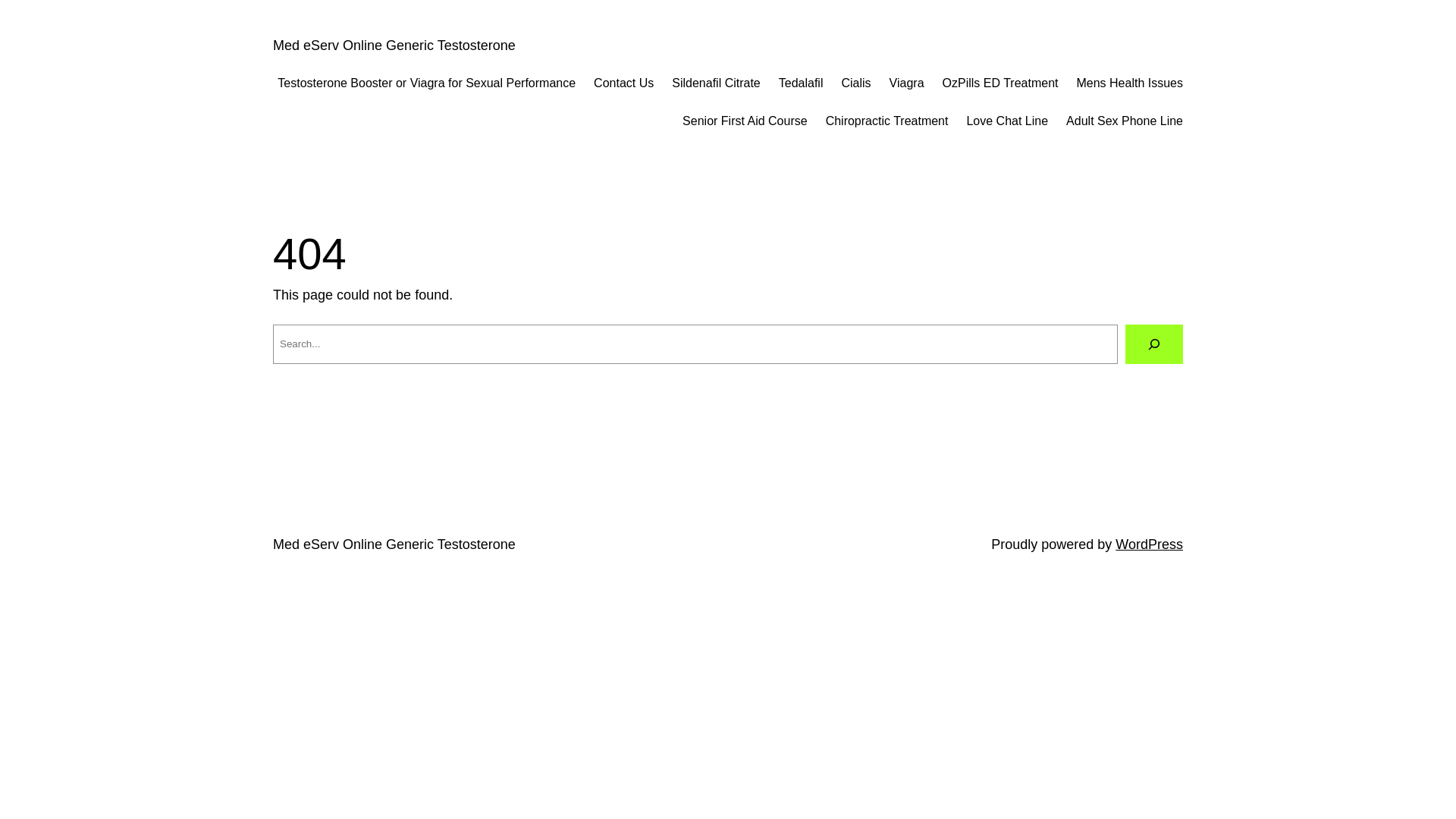 This screenshot has height=819, width=1456. I want to click on 'Testosterone Booster or Viagra for Sexual Performance', so click(425, 83).